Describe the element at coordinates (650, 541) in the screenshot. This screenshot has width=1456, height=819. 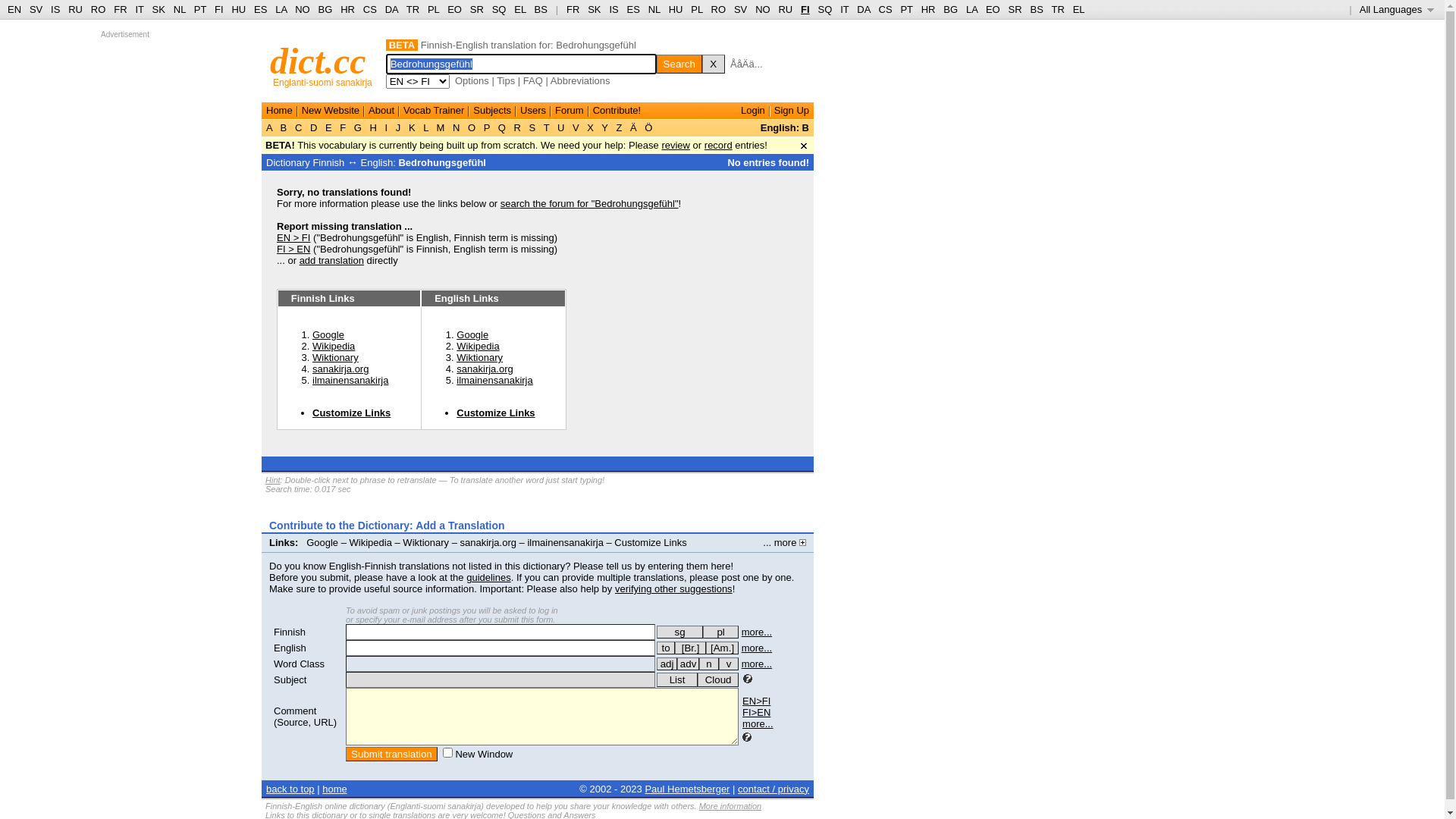
I see `'Customize Links'` at that location.